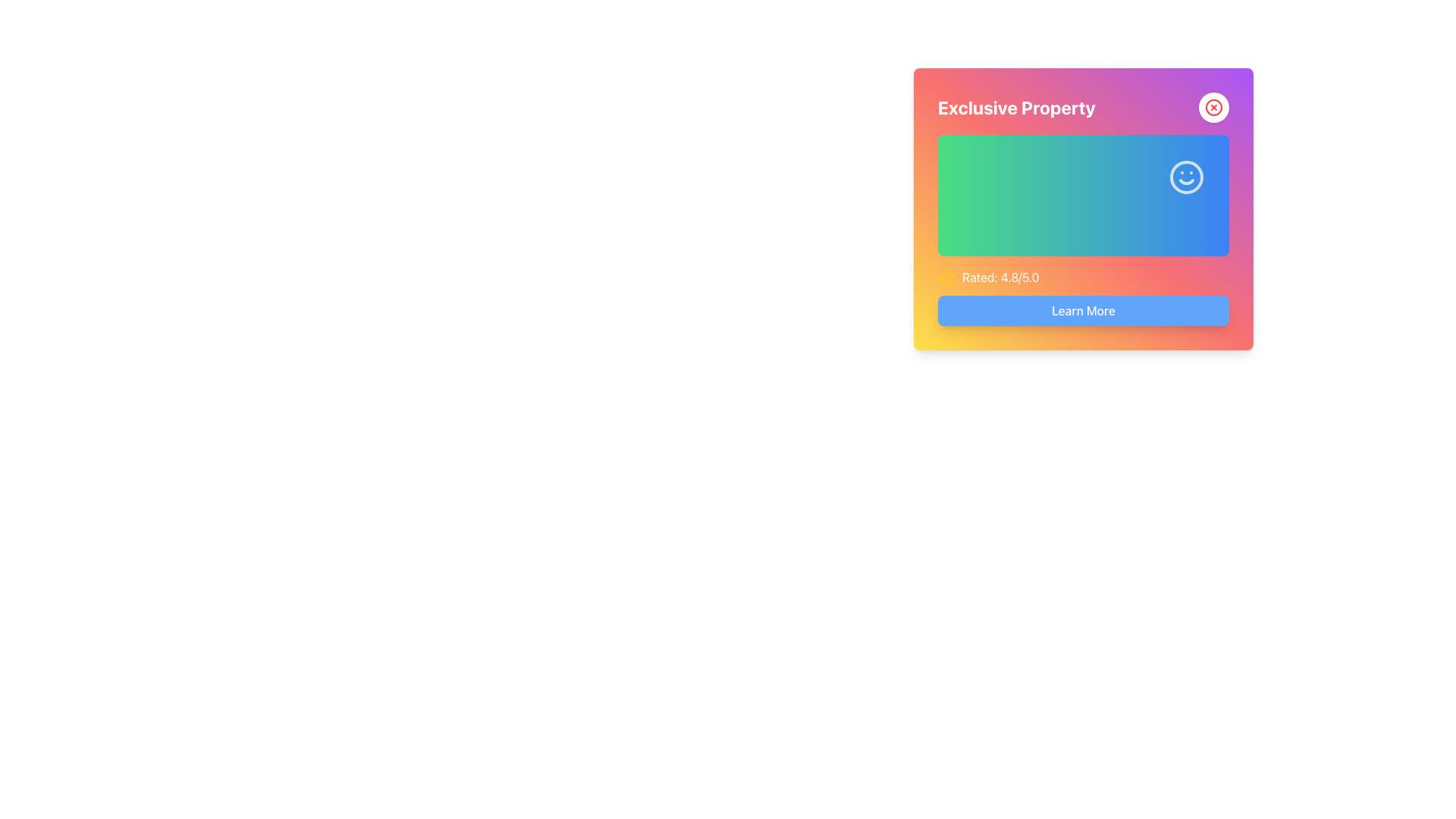  Describe the element at coordinates (1083, 309) in the screenshot. I see `the 'Learn More' button located at the bottom of the card-like component` at that location.